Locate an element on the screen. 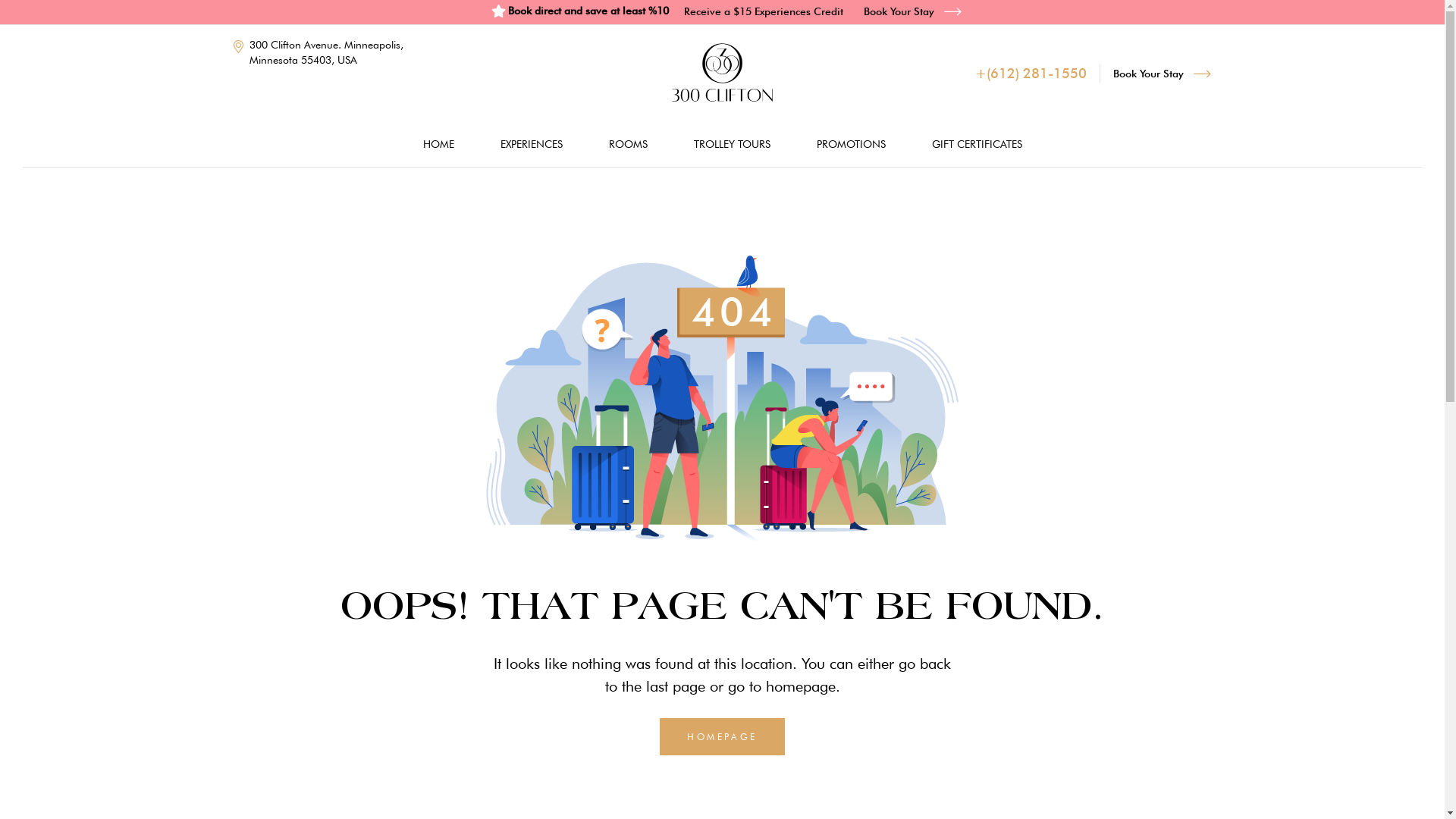 The height and width of the screenshot is (819, 1456). '300 Clifton Avenue. Minneapolis, Minnesota 55403, USA' is located at coordinates (323, 52).